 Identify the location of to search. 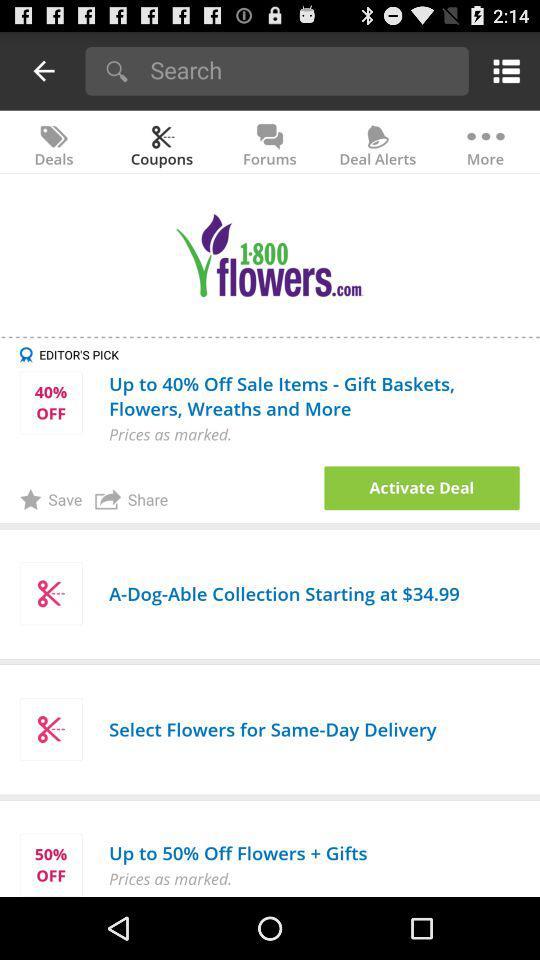
(302, 69).